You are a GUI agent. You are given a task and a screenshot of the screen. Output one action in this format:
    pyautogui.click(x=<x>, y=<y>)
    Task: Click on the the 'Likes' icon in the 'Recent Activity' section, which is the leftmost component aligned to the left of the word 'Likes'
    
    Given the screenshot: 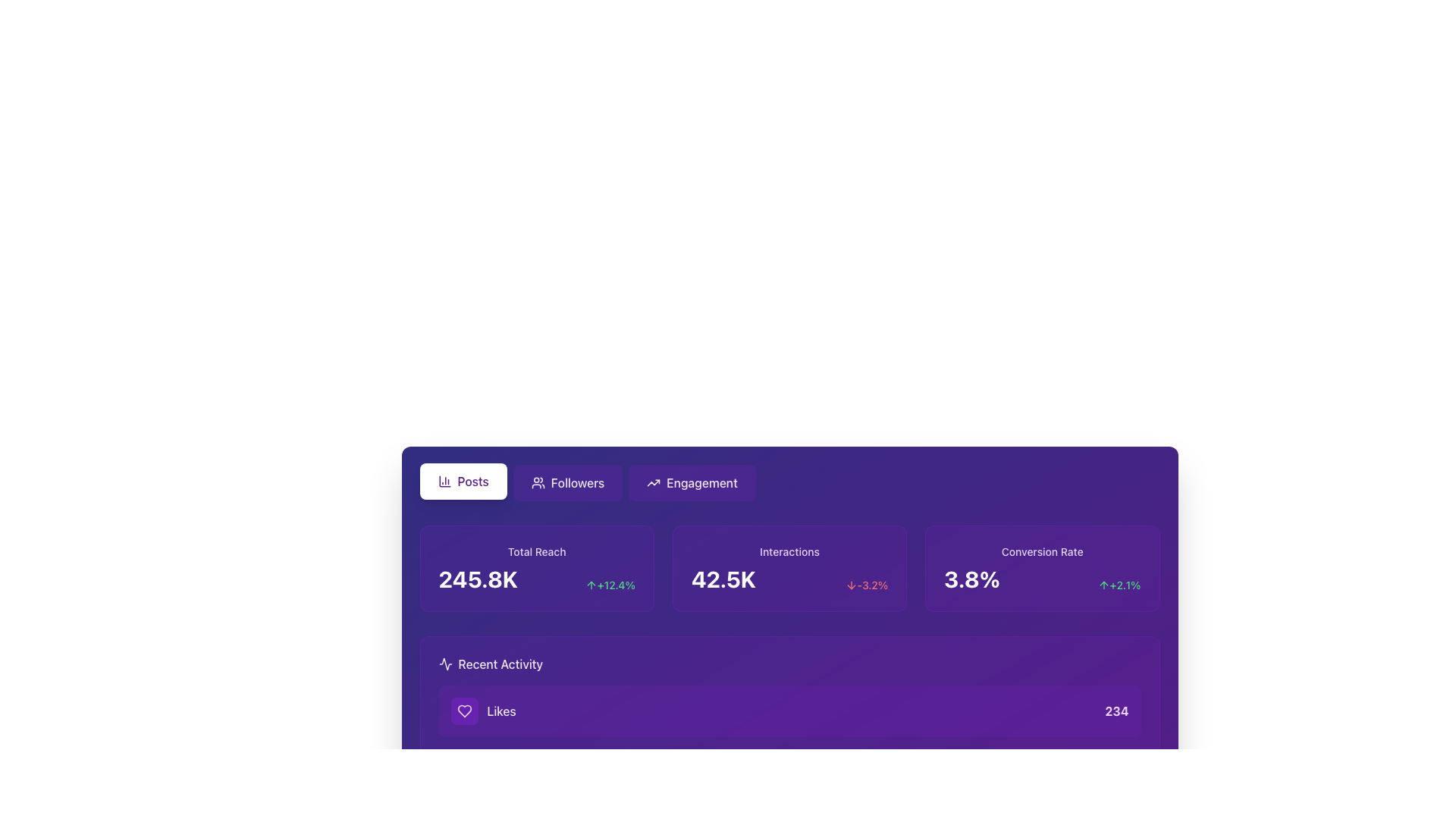 What is the action you would take?
    pyautogui.click(x=463, y=711)
    